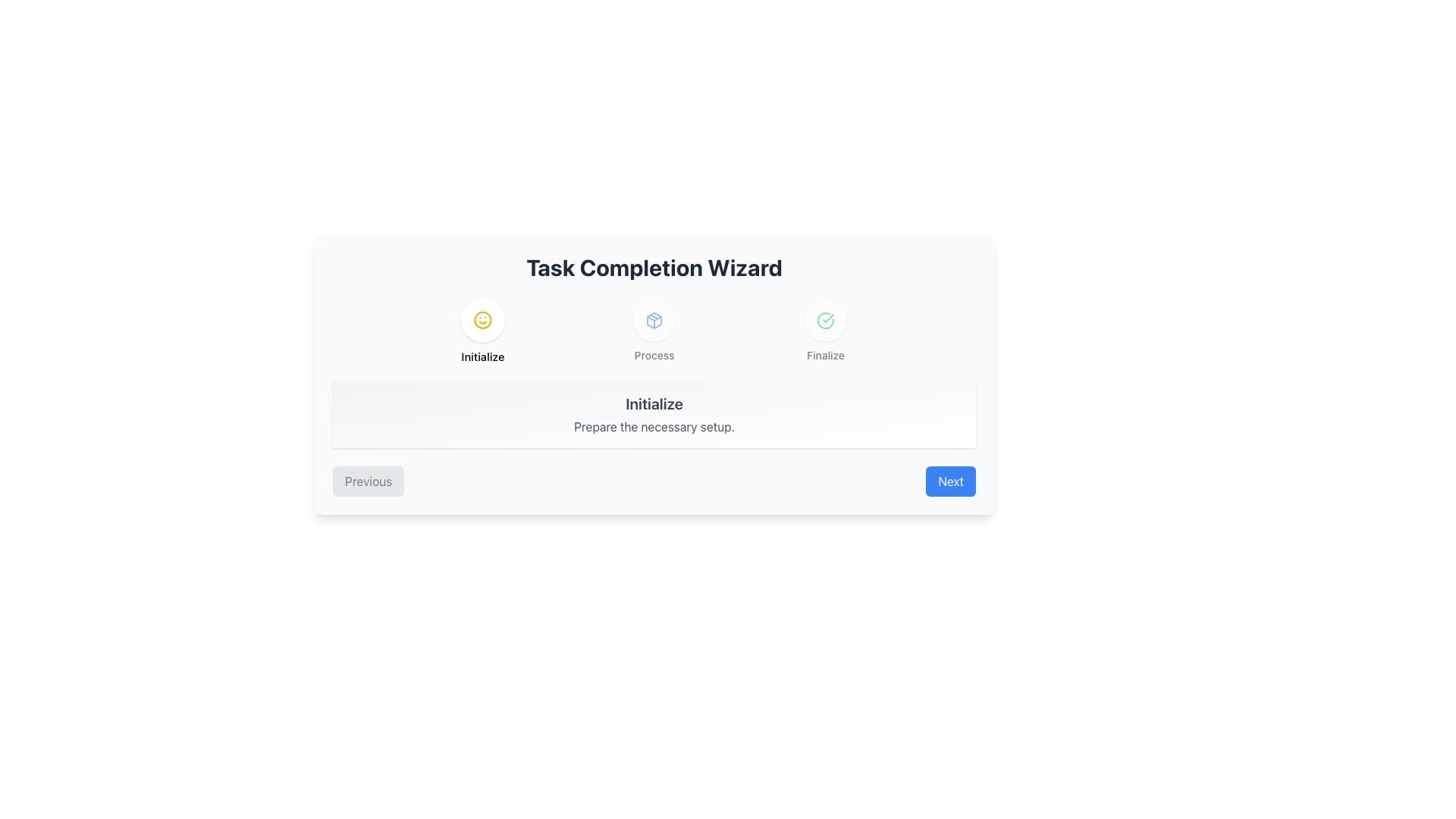 This screenshot has width=1456, height=819. I want to click on the 'Finalize' text label, which is styled in gray and is positioned below a circular green check symbol in a wizard interface, so click(825, 356).